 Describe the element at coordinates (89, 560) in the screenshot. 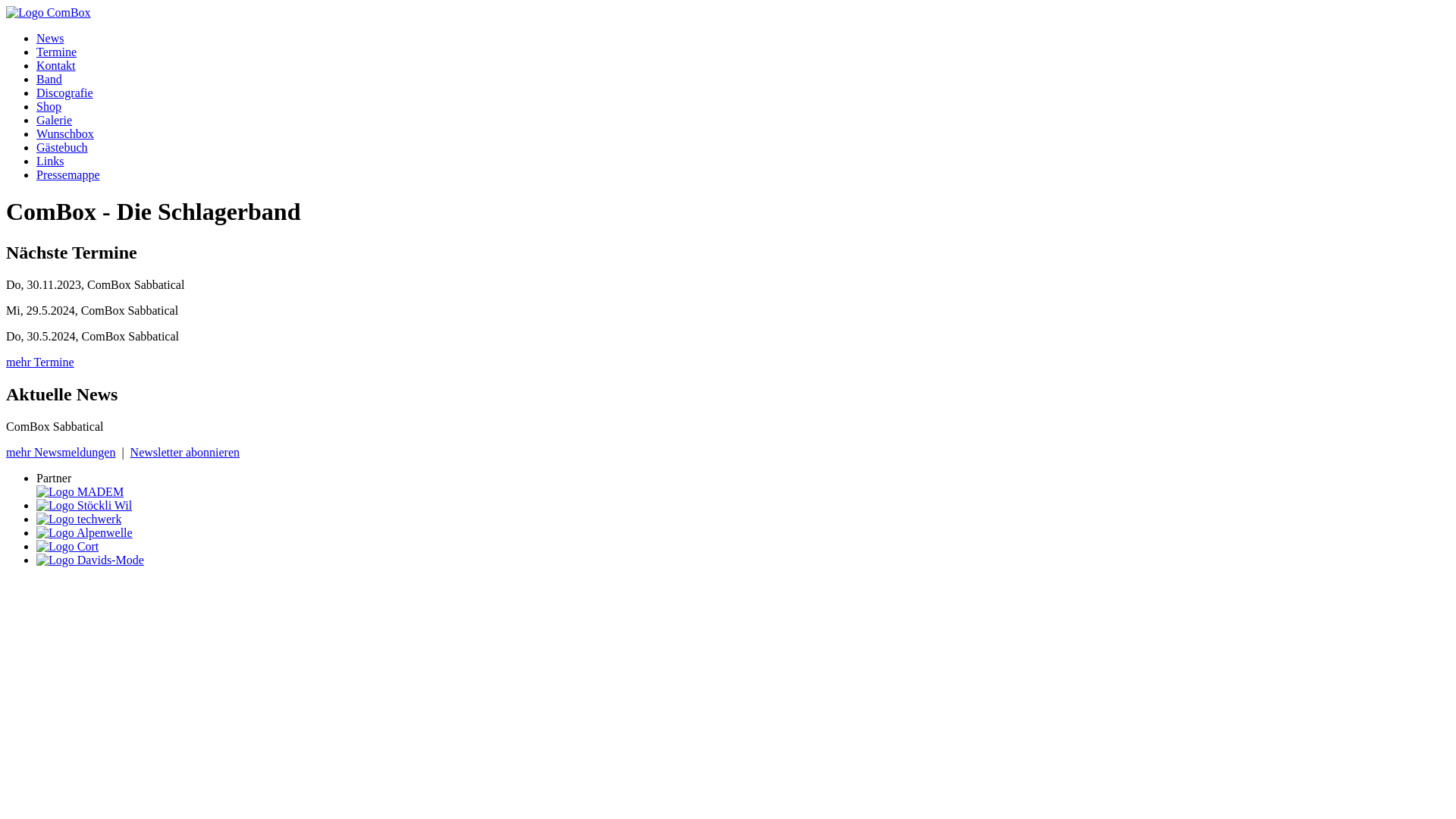

I see `'Link zu Davids-Mode'` at that location.